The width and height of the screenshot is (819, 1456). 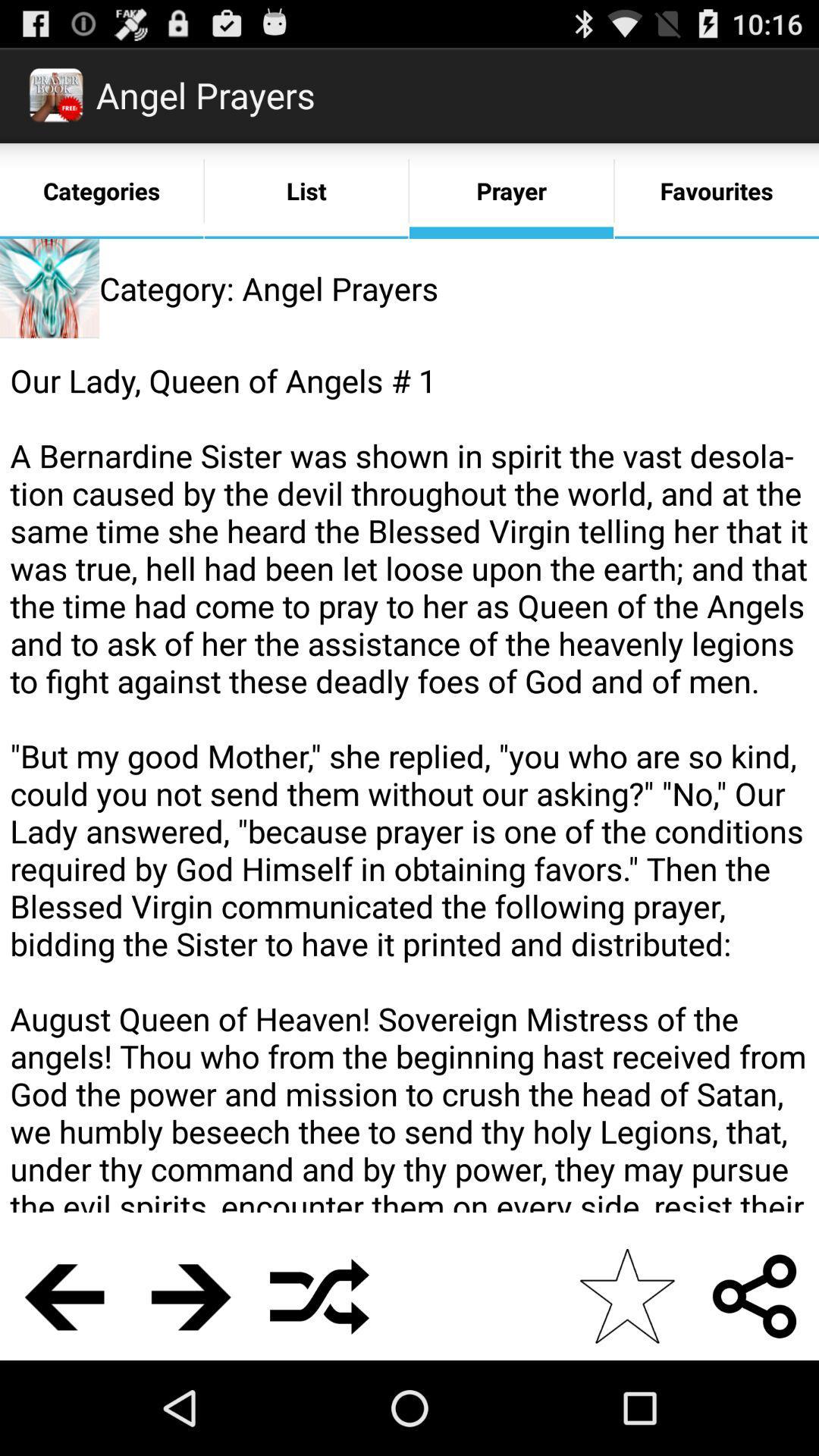 I want to click on back, so click(x=63, y=1295).